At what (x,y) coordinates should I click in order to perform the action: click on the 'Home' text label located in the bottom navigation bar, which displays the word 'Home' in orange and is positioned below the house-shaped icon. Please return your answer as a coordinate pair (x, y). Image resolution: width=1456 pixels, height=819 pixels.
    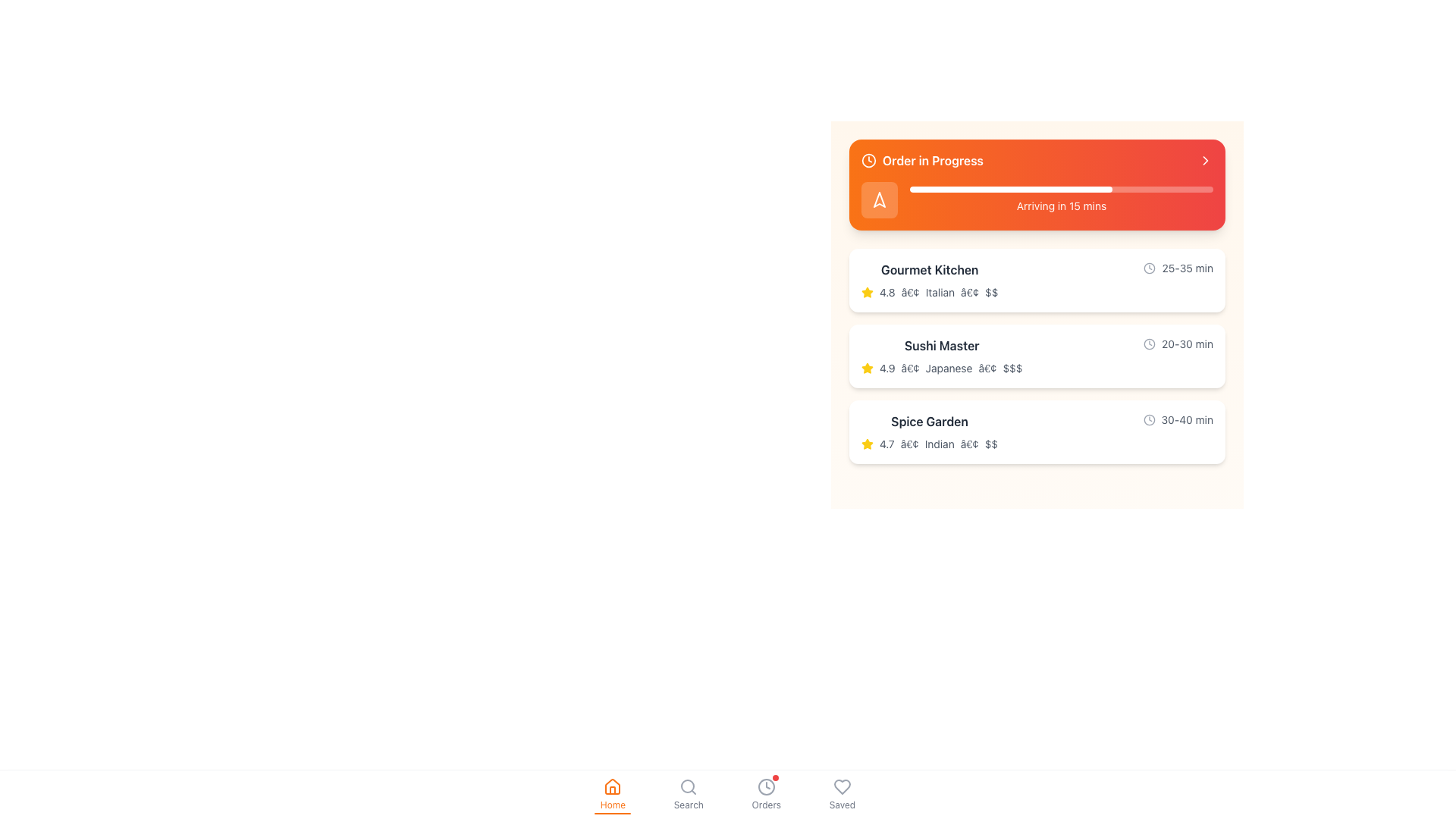
    Looking at the image, I should click on (613, 804).